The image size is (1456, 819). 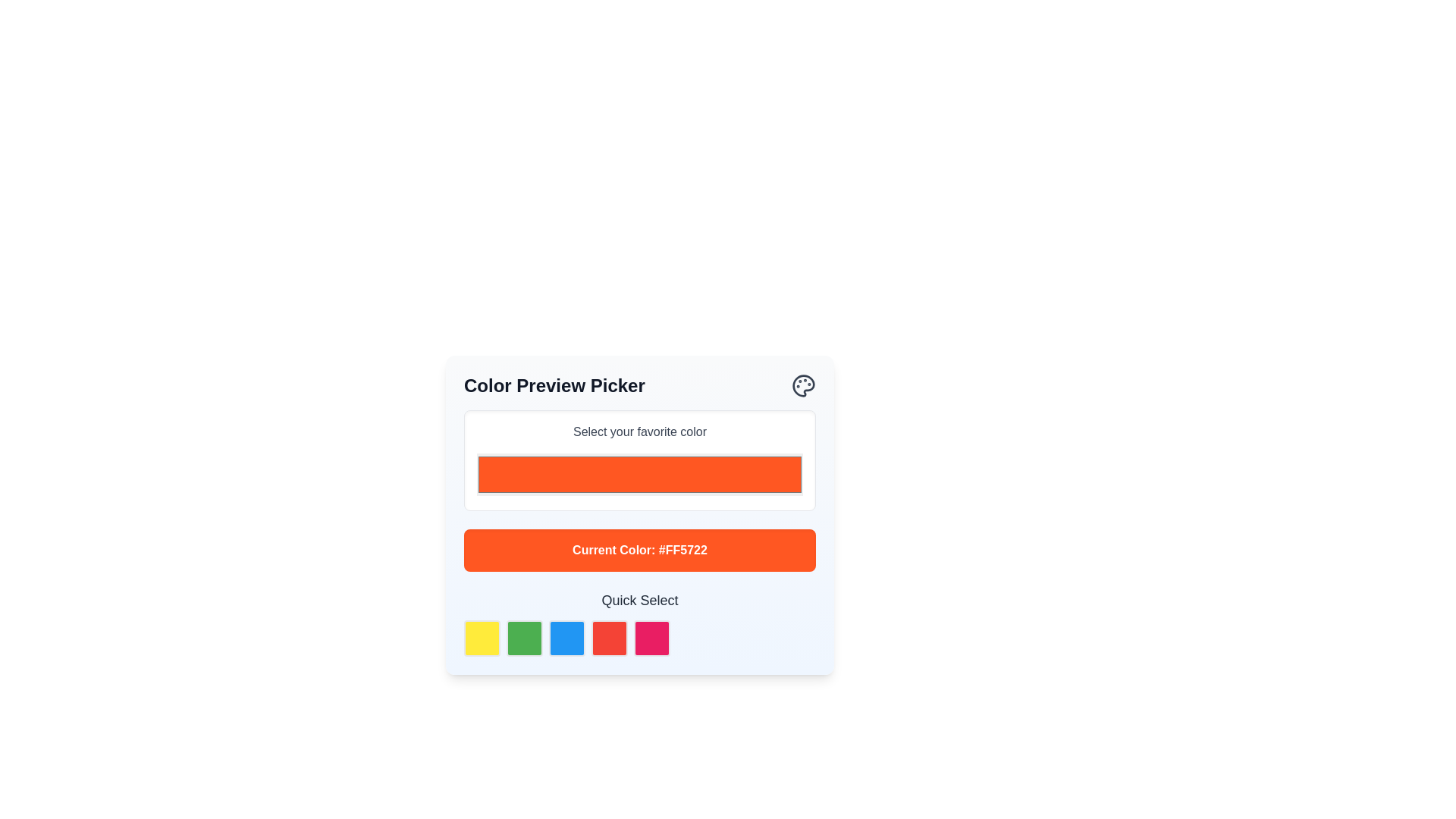 What do you see at coordinates (640, 638) in the screenshot?
I see `the pink color selection button located` at bounding box center [640, 638].